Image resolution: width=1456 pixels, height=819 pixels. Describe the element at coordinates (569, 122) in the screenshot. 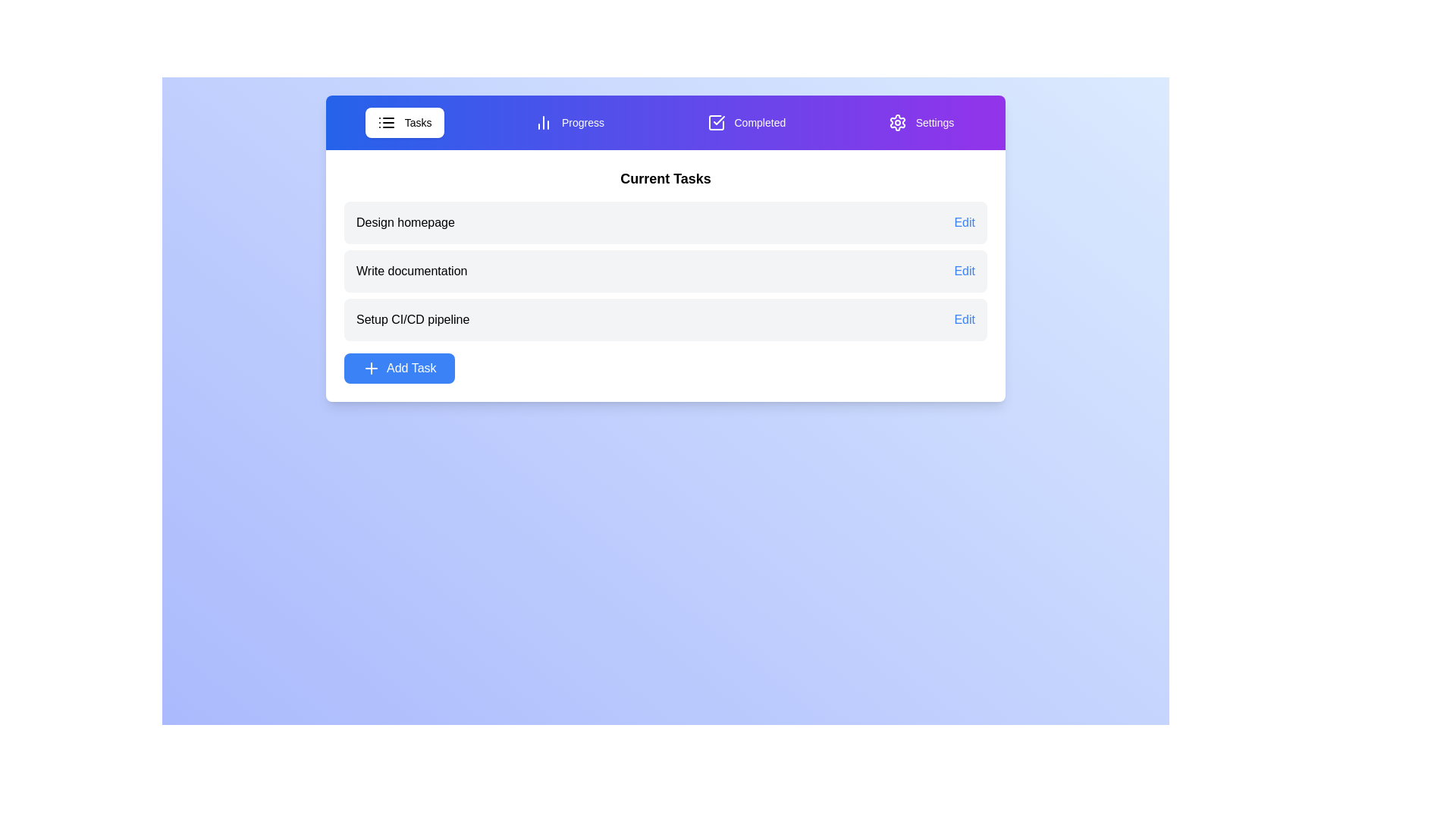

I see `the 'Progress' button in the top navigation bar` at that location.